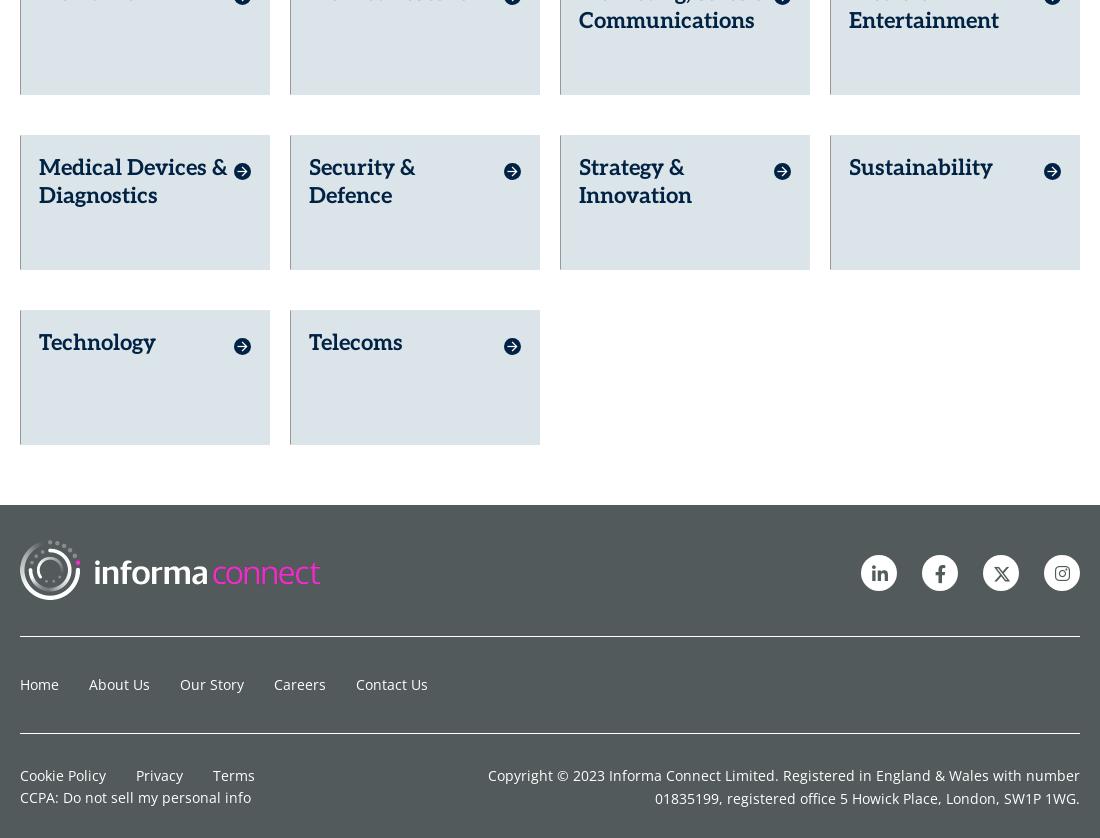  I want to click on 'Cookie Policy', so click(62, 544).